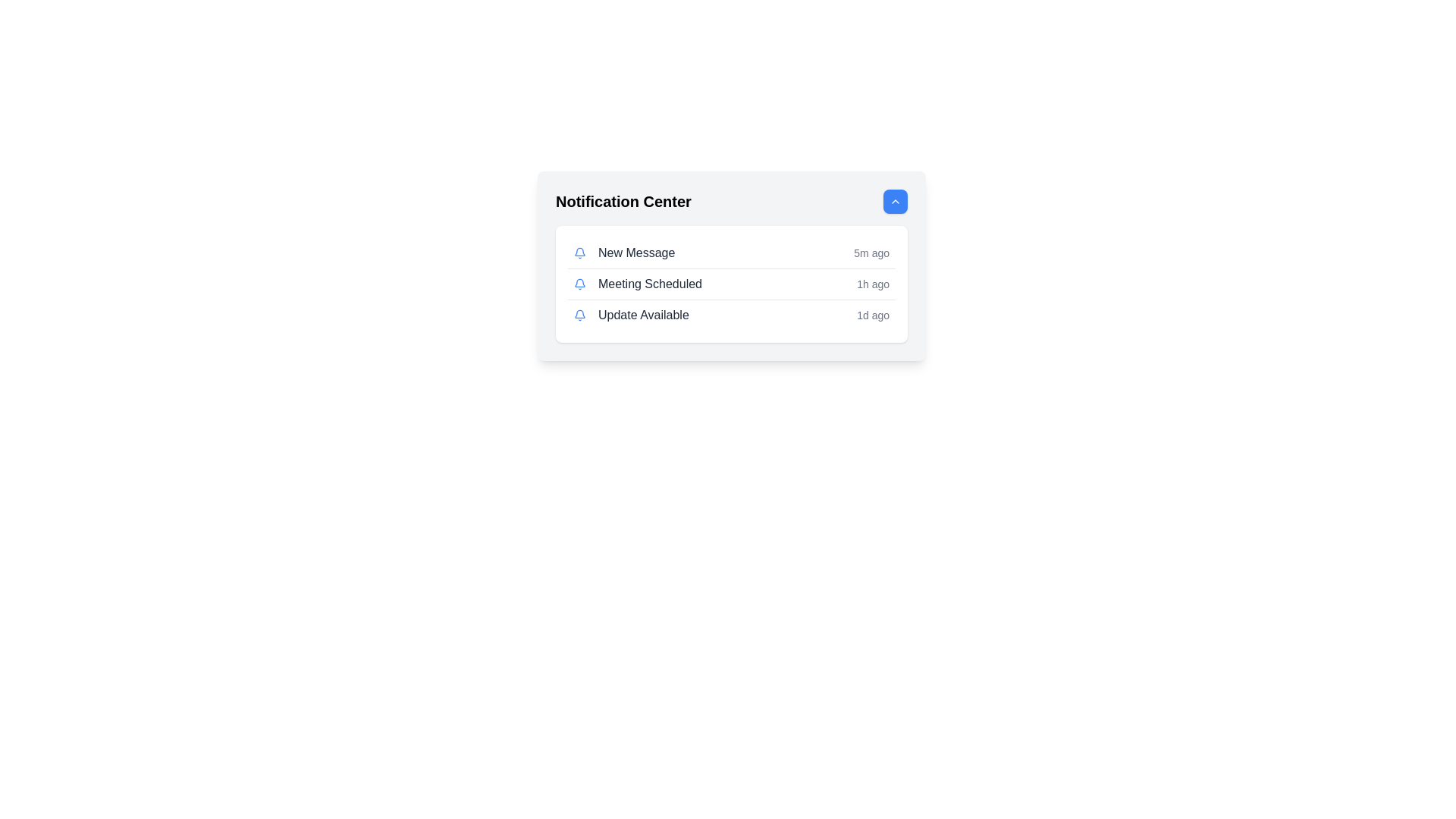 The width and height of the screenshot is (1456, 819). I want to click on the content of the timestamp displayed in the text label located in the 'Meeting Scheduled' row at the far-right side of the interface, so click(873, 284).